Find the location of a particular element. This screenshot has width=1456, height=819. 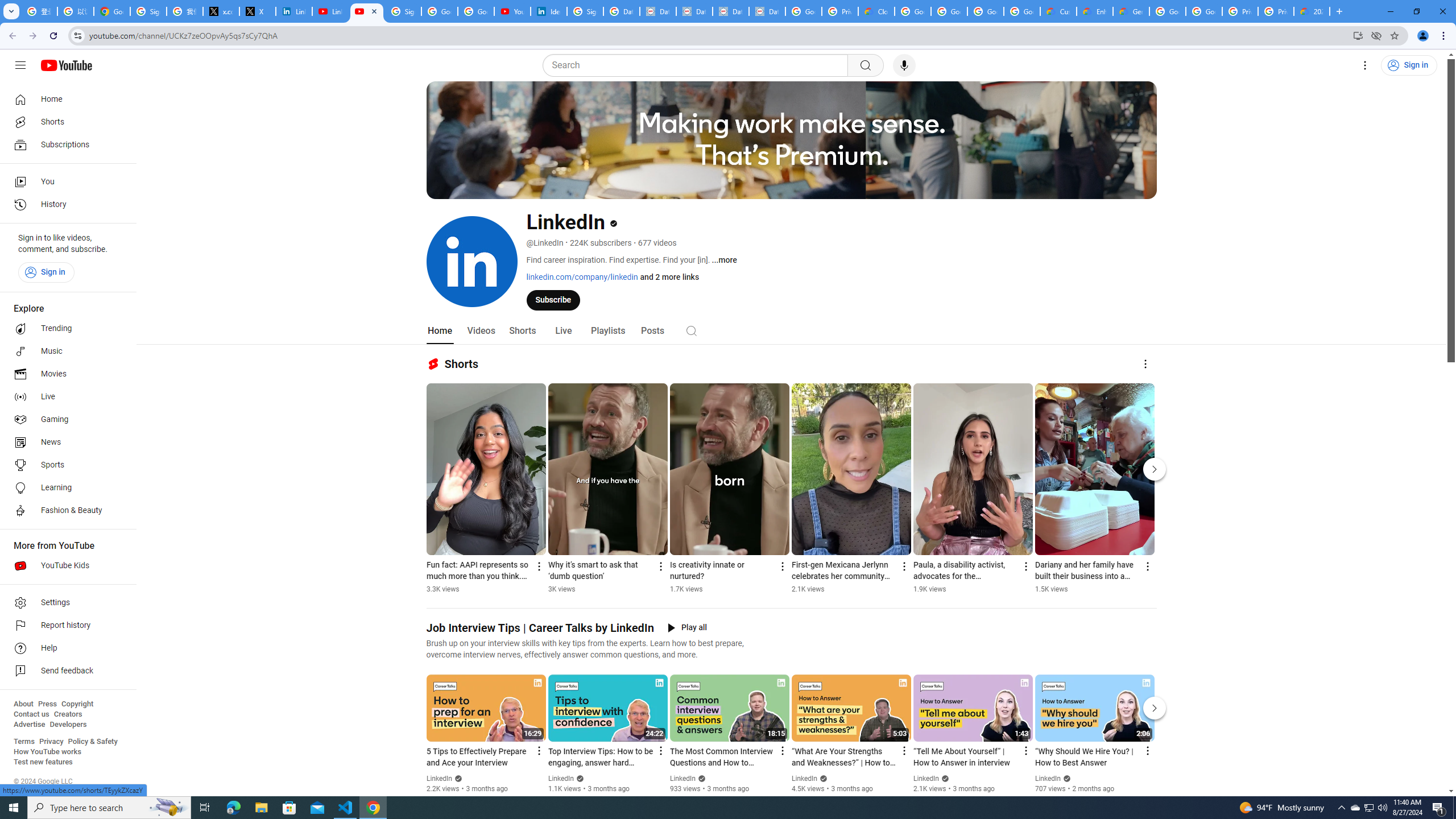

'History' is located at coordinates (64, 205).